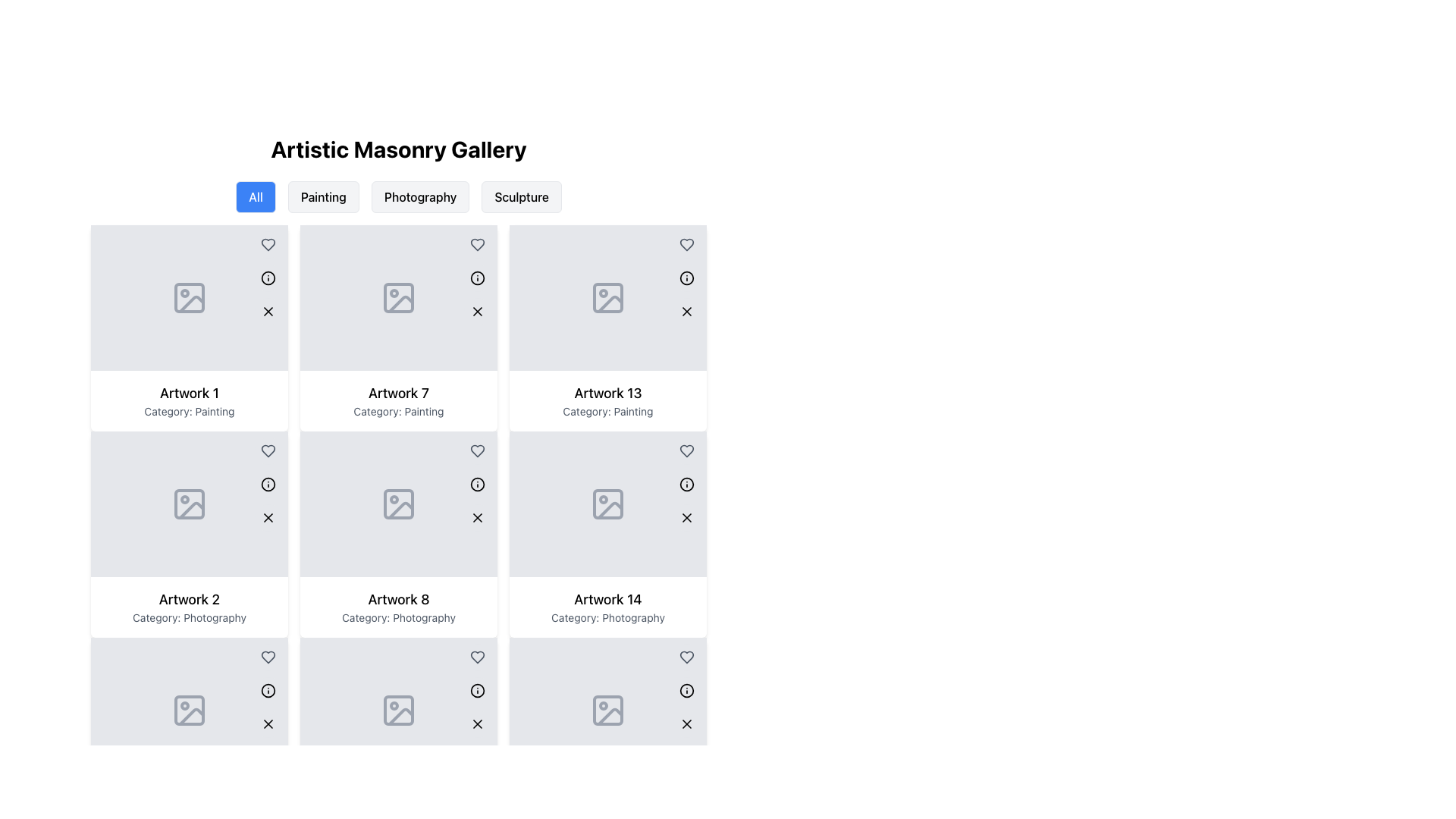 The image size is (1456, 819). I want to click on the heart-shaped icon with a line art style located in the top-right corner of the card labeled 'Artwork 7', so click(476, 244).